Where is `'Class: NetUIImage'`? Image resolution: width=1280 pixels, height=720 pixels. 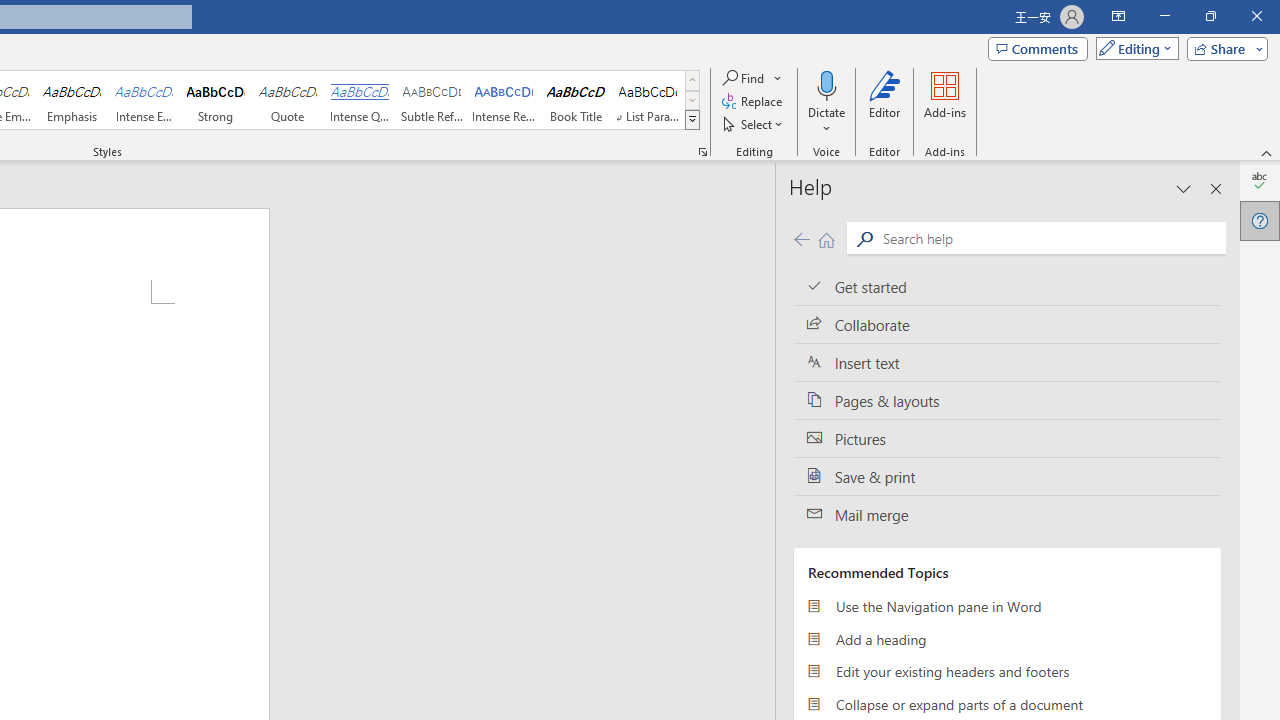 'Class: NetUIImage' is located at coordinates (693, 119).